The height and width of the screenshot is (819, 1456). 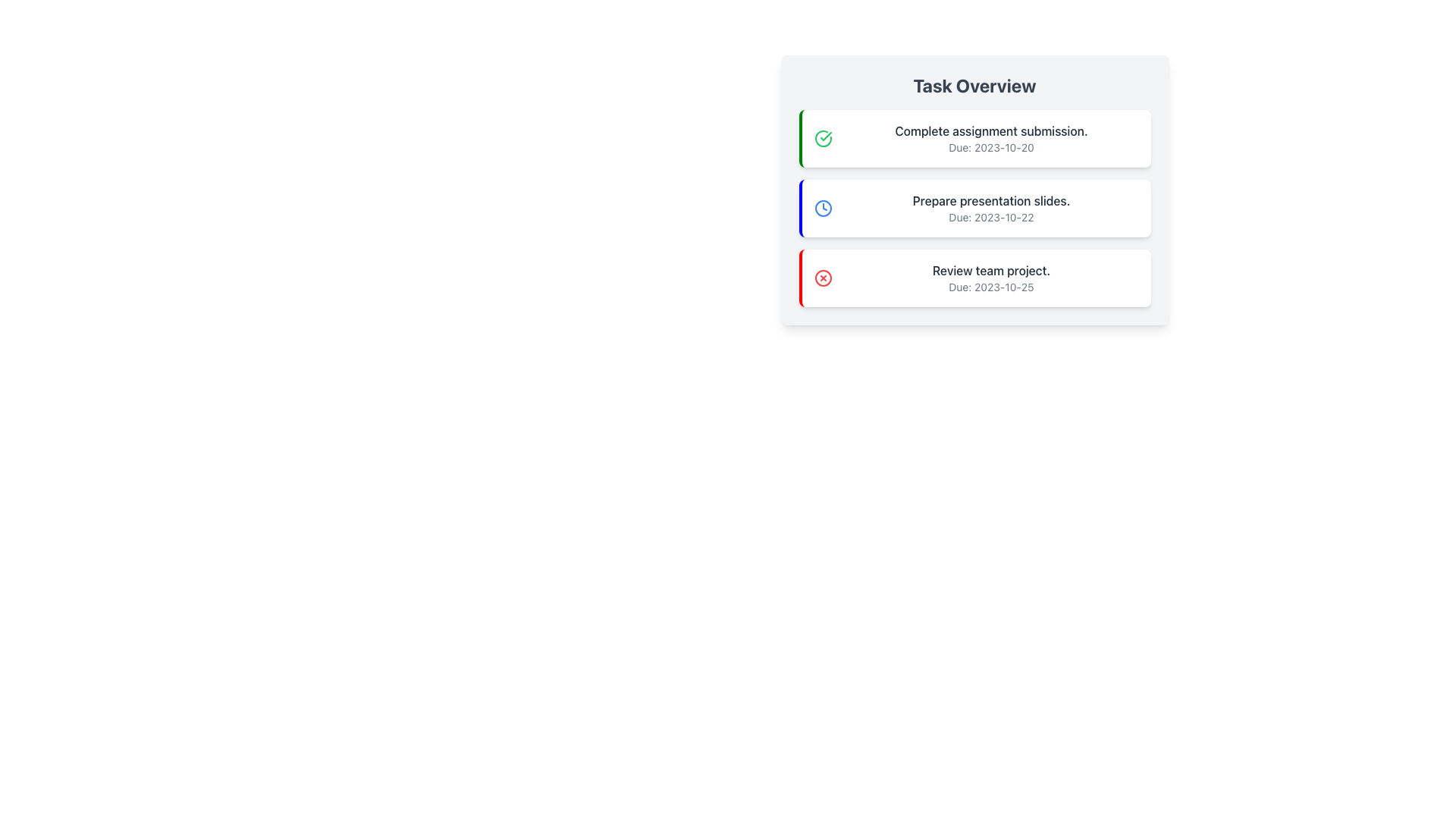 What do you see at coordinates (974, 208) in the screenshot?
I see `the Card element displaying the task 'Prepare presentation slides.' with due date 'Due: 2023-10-22', which is the second item in the task list under 'Task Overview'` at bounding box center [974, 208].